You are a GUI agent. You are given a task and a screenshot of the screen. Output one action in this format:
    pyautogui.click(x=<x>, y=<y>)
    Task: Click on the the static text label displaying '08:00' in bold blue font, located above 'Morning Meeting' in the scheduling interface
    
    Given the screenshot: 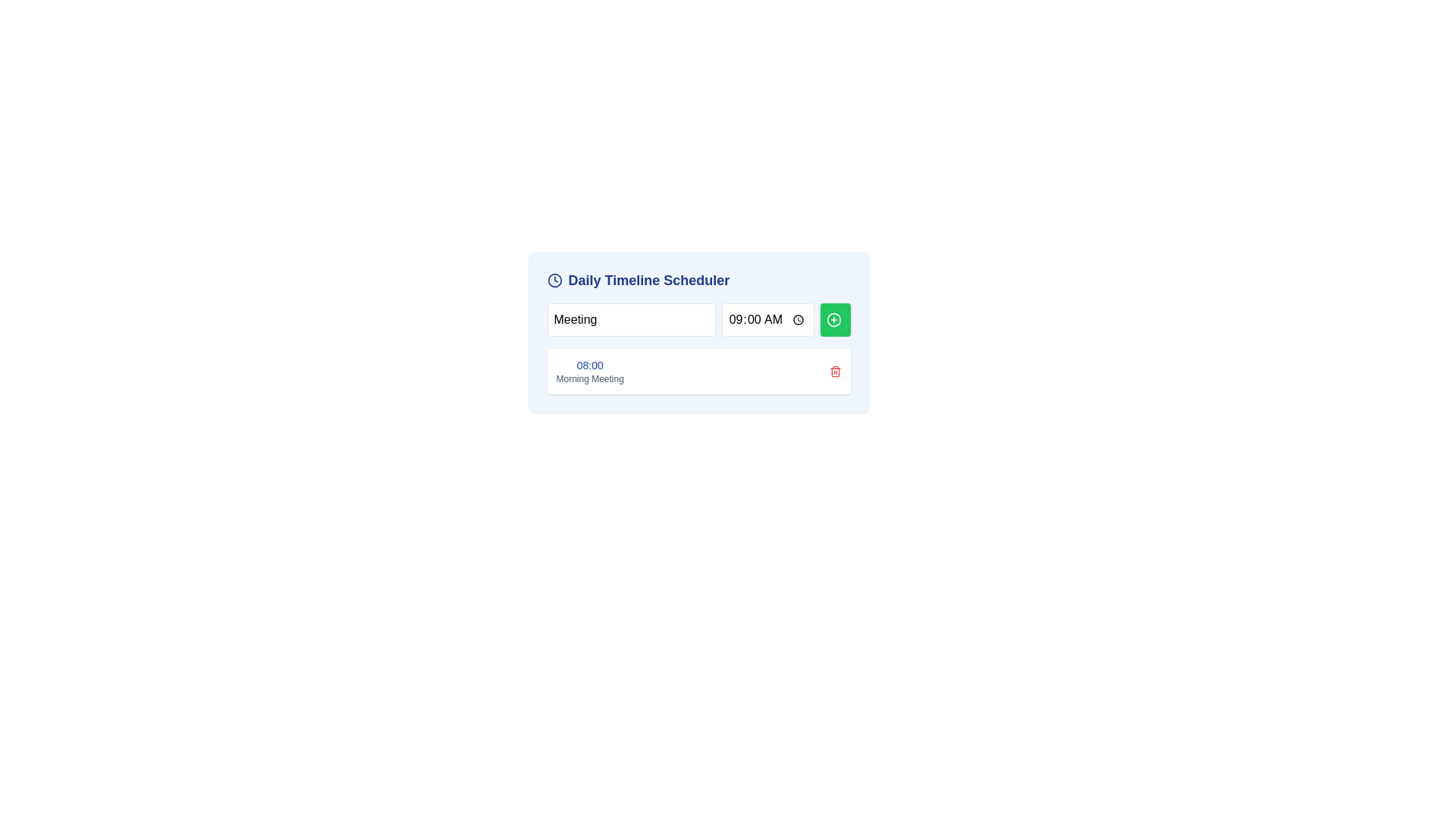 What is the action you would take?
    pyautogui.click(x=589, y=366)
    